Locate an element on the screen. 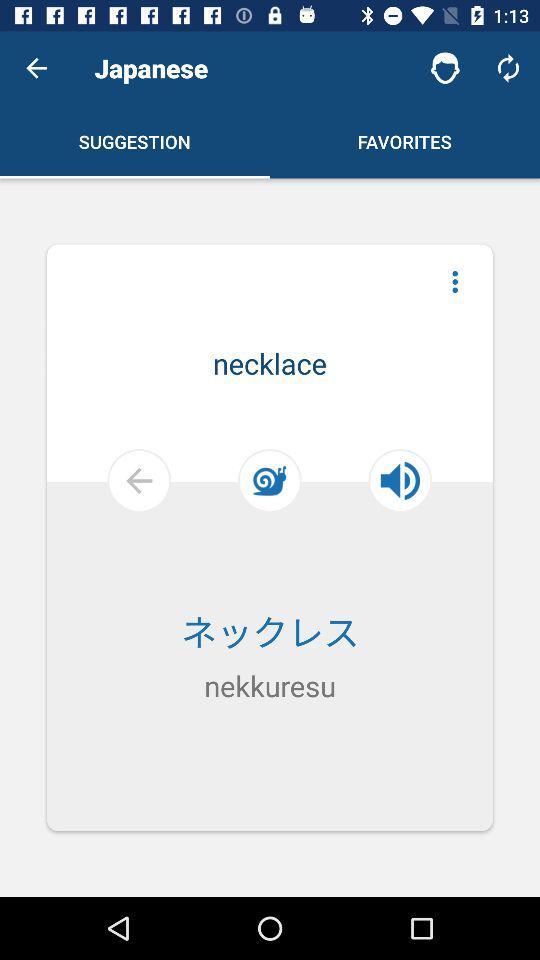 The height and width of the screenshot is (960, 540). the favorites which is in the right side of the first line is located at coordinates (405, 140).